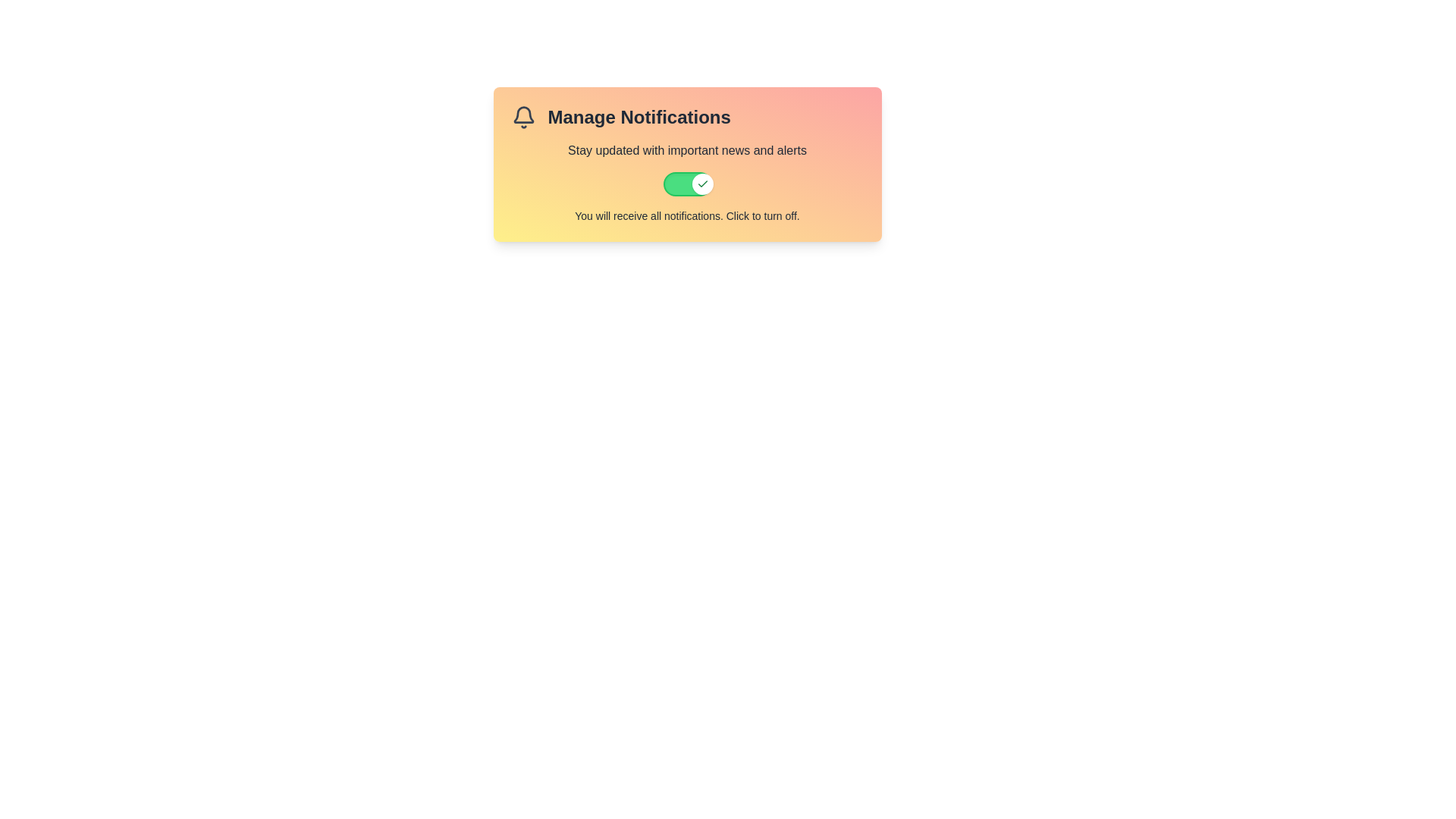 The image size is (1456, 819). Describe the element at coordinates (686, 181) in the screenshot. I see `description text of the Interactive toggle control stating 'You will receive all notifications. Click to turn off.' which is located below the title 'Stay updated with important news and alerts' and above the green toggle switch` at that location.